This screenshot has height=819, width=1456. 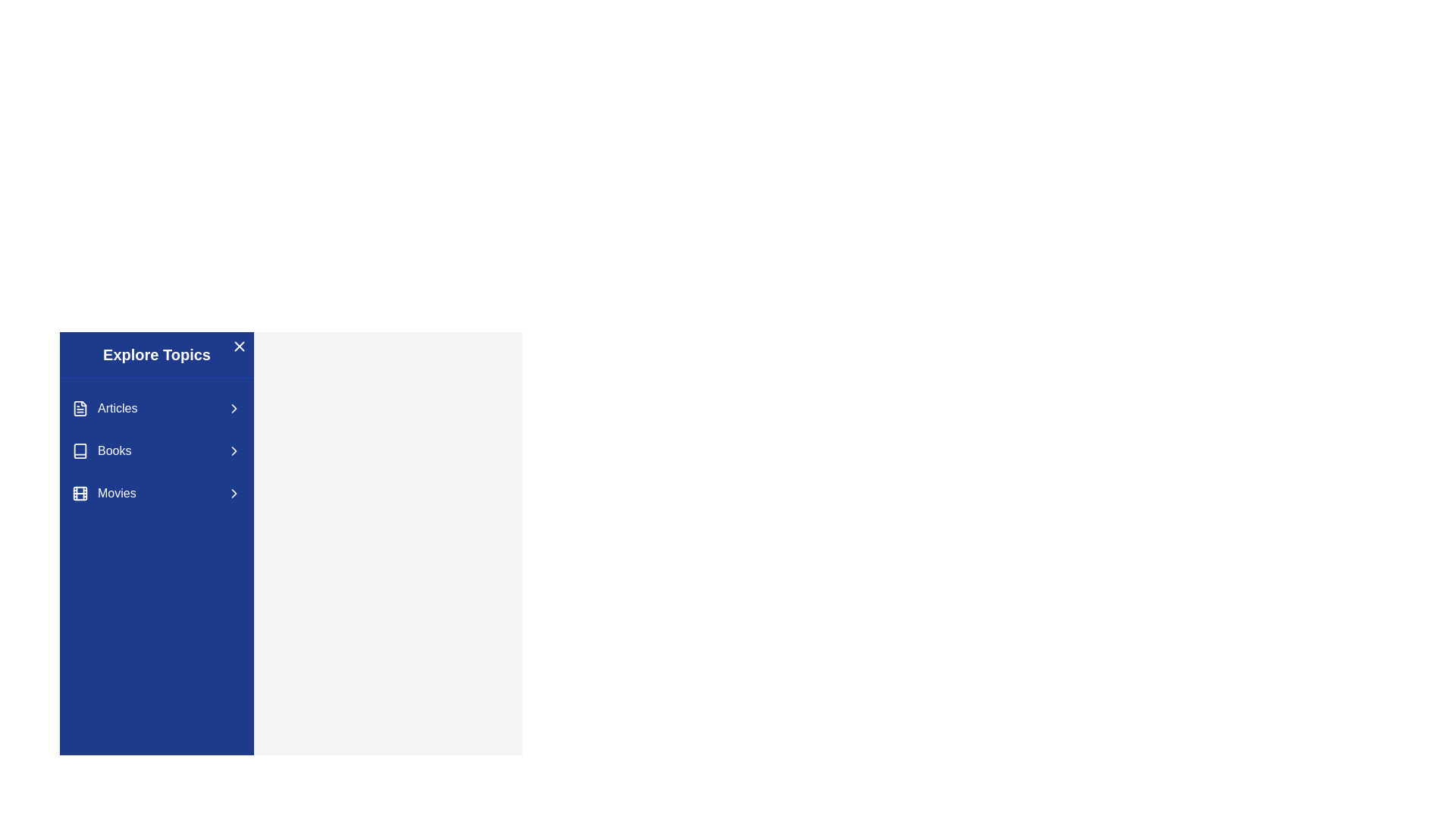 I want to click on the arrow indicator on the right side of the 'Movies' option in the sidebar navigation menu to focus on it, so click(x=233, y=494).